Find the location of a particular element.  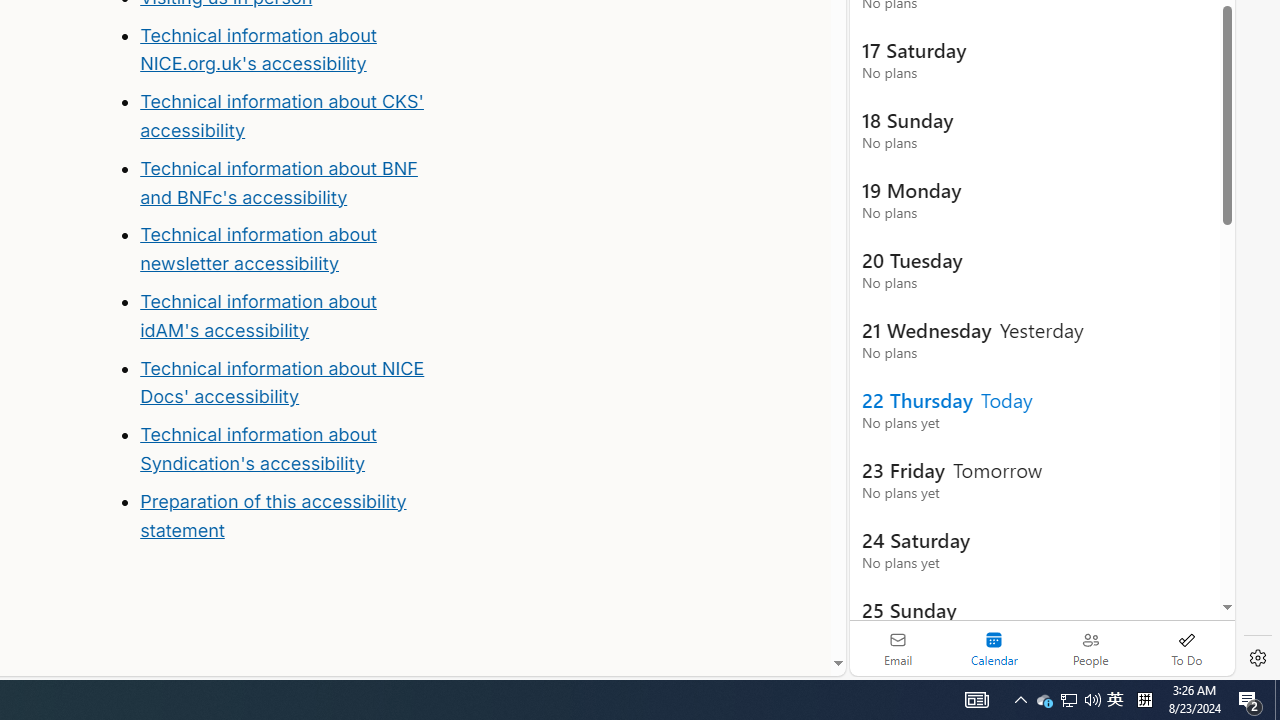

'Technical information about NICE Docs' is located at coordinates (281, 382).